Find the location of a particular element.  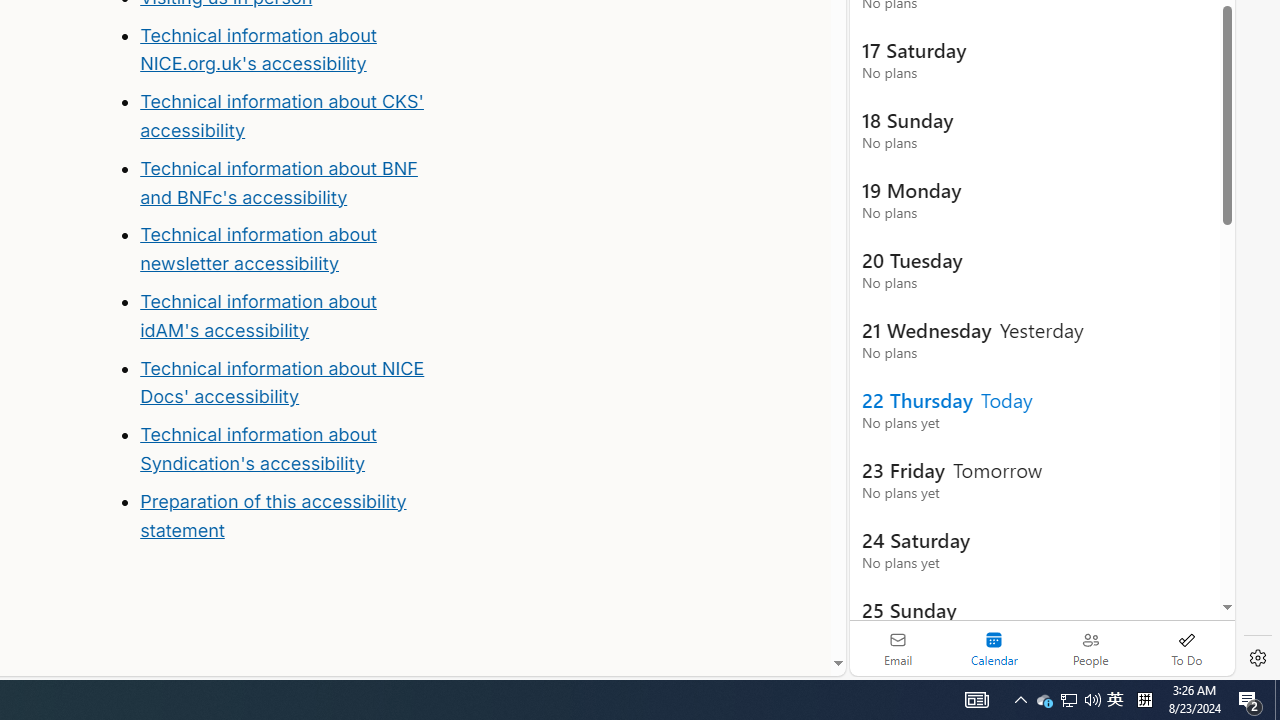

'Technical information about NICE Docs' is located at coordinates (281, 382).